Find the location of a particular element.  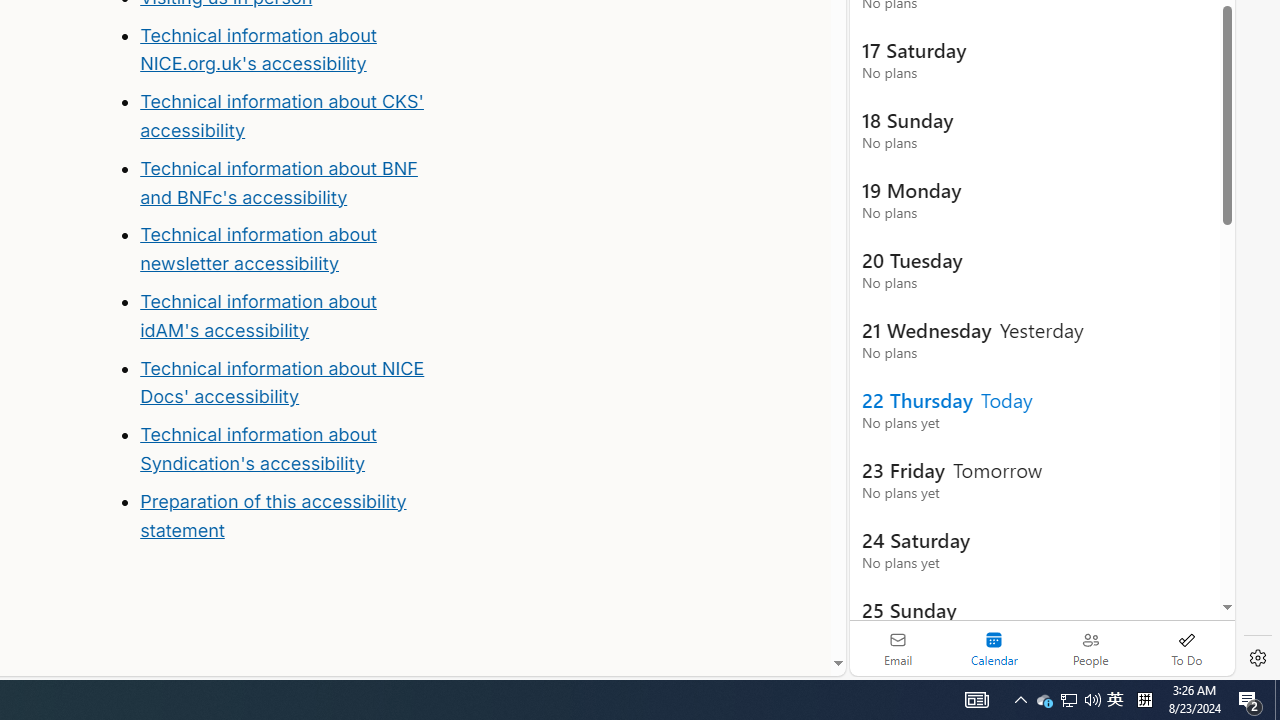

'Technical information about NICE Docs' is located at coordinates (281, 382).